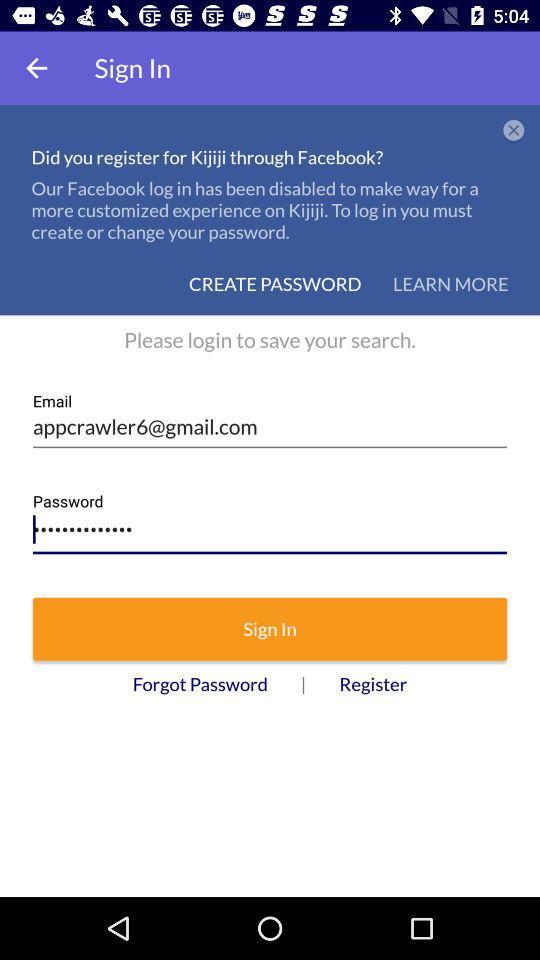 The image size is (540, 960). What do you see at coordinates (270, 419) in the screenshot?
I see `item below please login to item` at bounding box center [270, 419].